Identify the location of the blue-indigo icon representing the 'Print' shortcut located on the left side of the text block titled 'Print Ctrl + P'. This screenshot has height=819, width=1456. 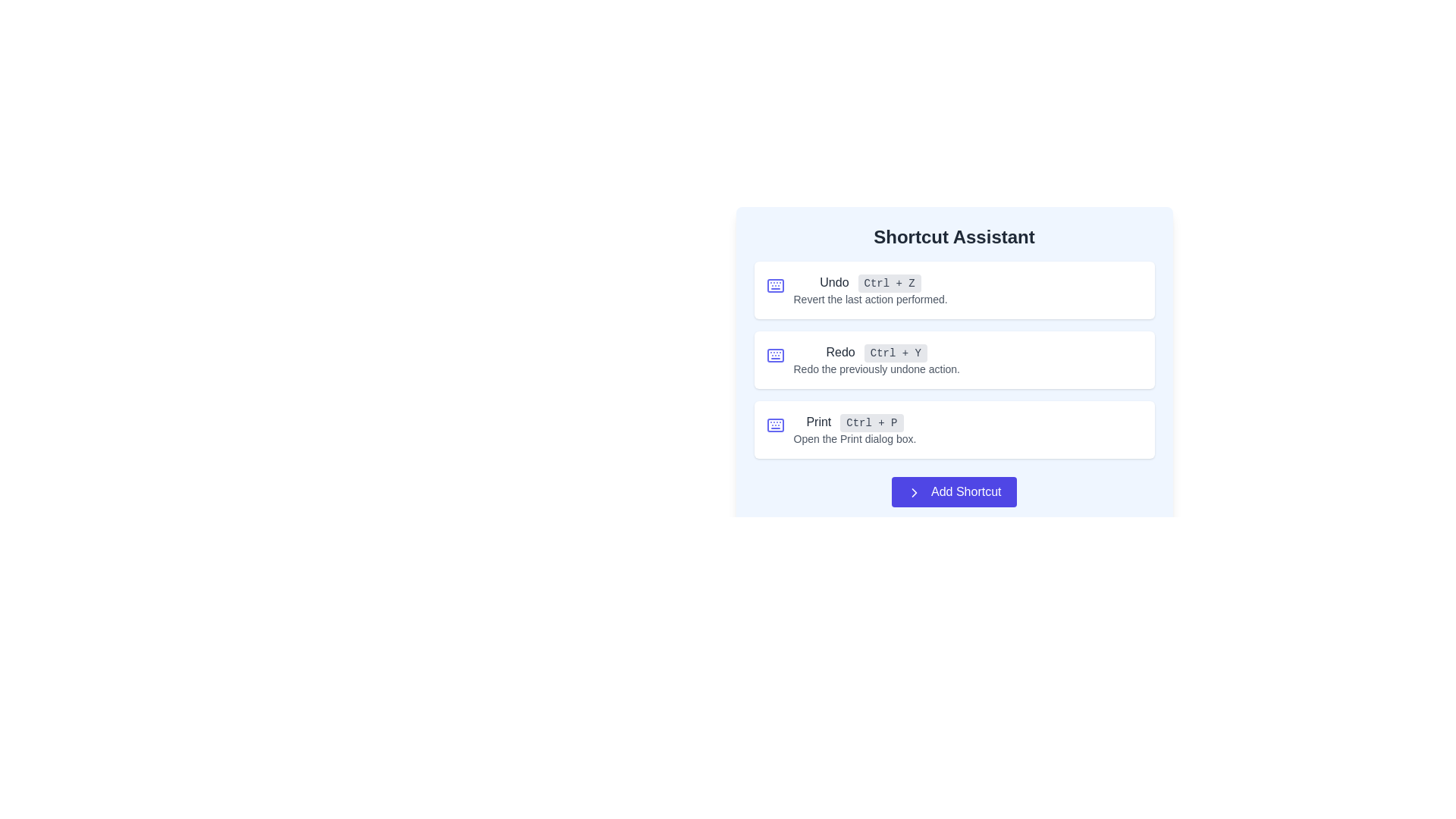
(775, 425).